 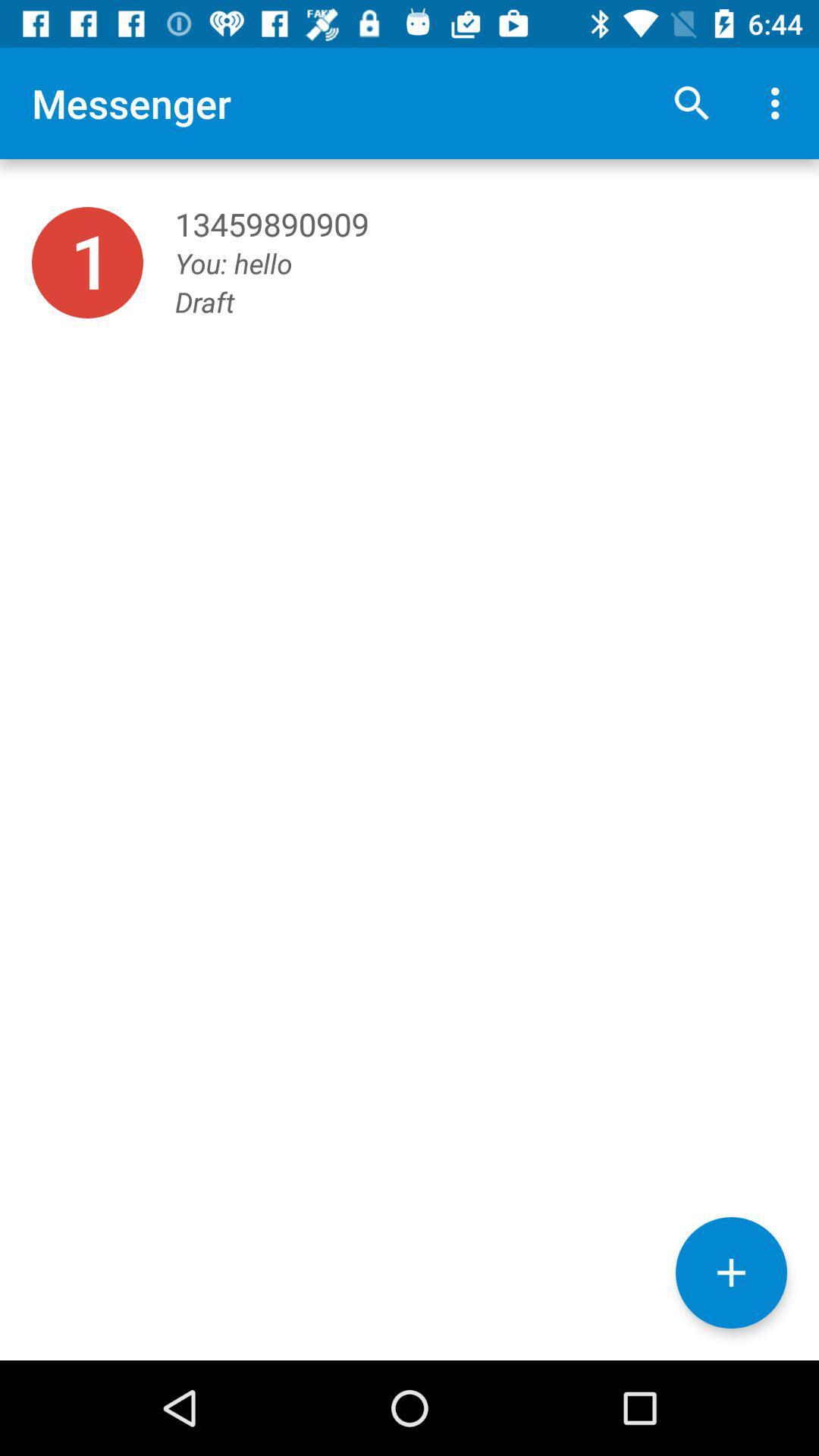 I want to click on the add icon, so click(x=730, y=1272).